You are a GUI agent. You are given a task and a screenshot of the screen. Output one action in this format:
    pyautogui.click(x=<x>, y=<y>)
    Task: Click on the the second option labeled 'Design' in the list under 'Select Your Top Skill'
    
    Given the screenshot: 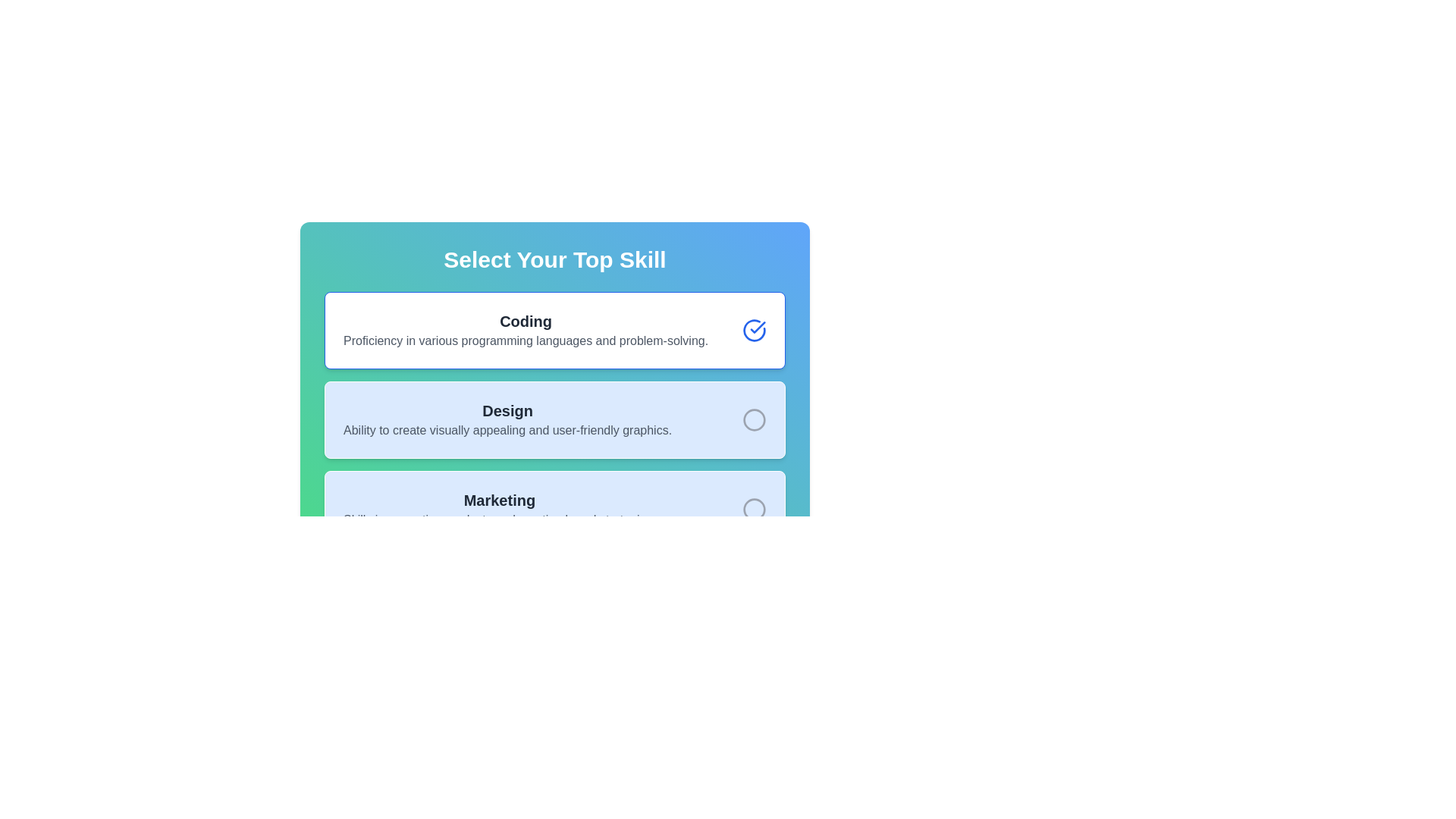 What is the action you would take?
    pyautogui.click(x=507, y=420)
    